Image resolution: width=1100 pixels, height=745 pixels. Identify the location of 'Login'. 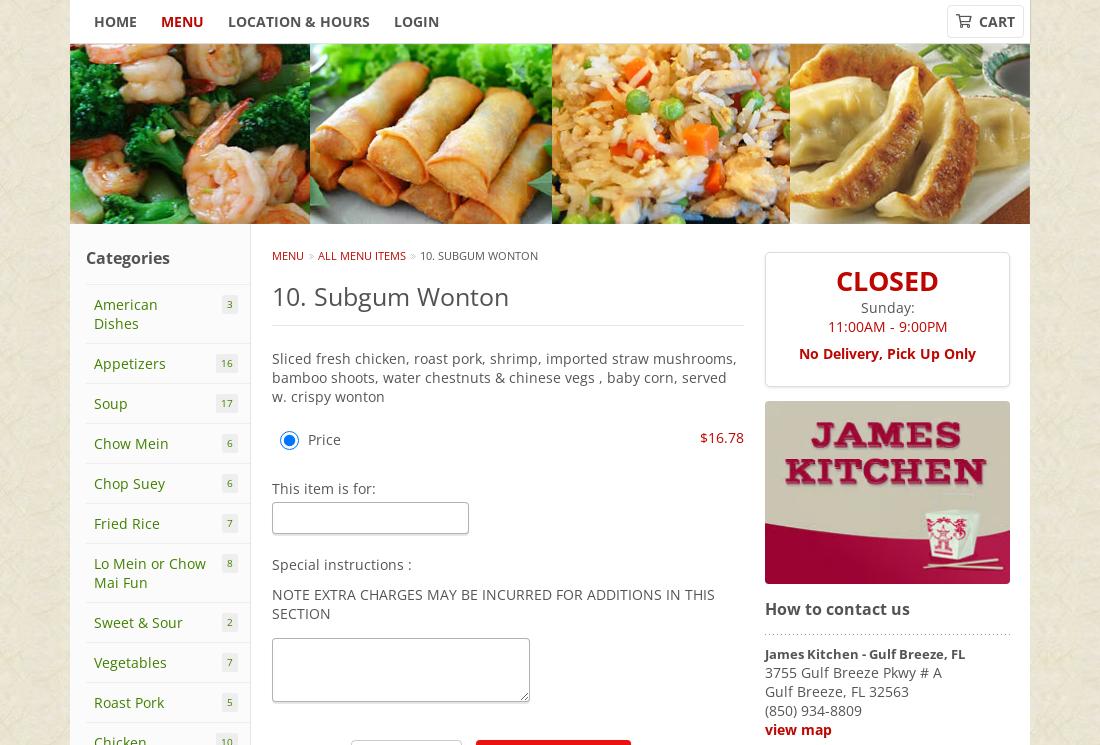
(415, 21).